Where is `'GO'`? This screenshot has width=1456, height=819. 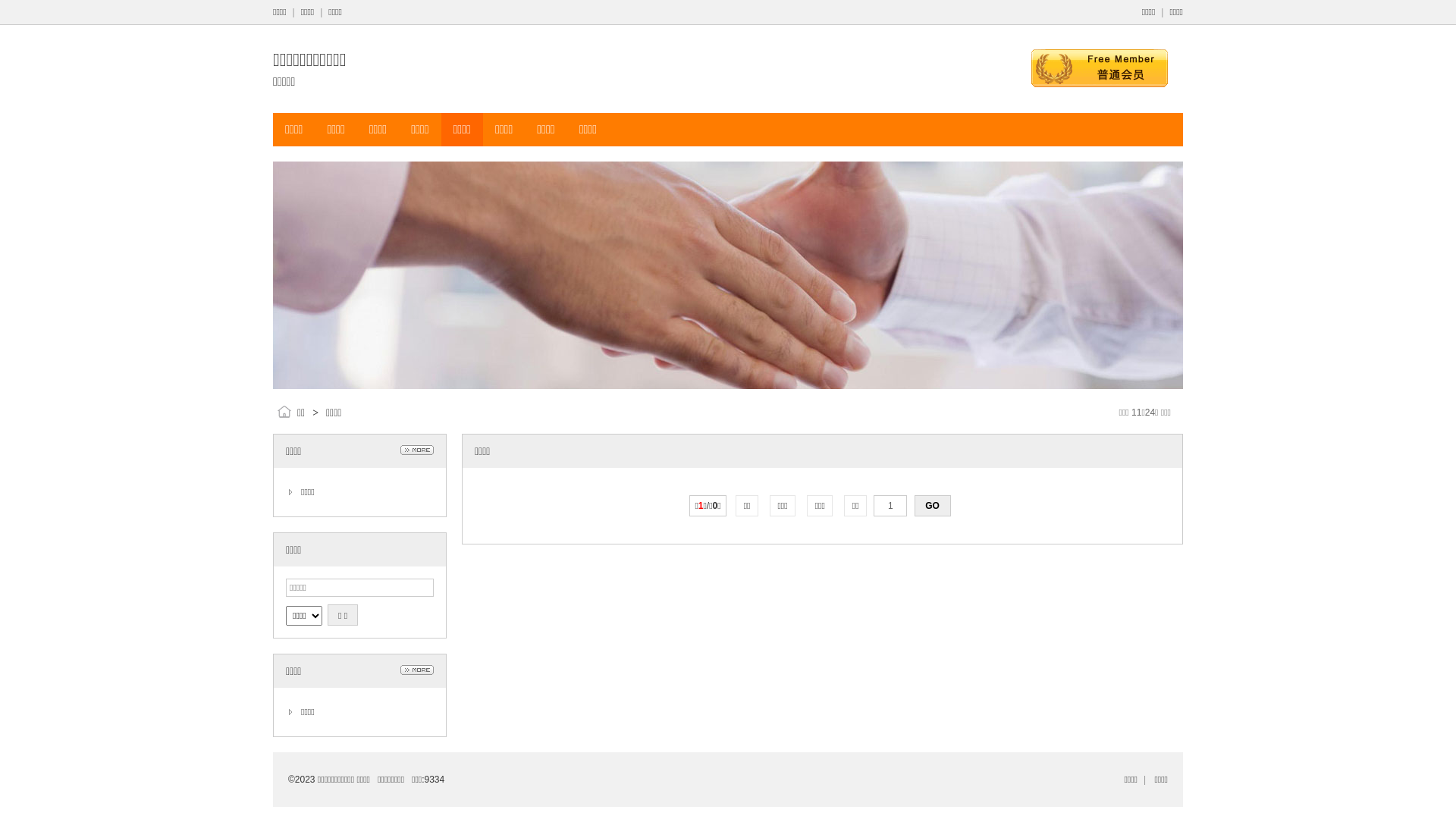 'GO' is located at coordinates (931, 506).